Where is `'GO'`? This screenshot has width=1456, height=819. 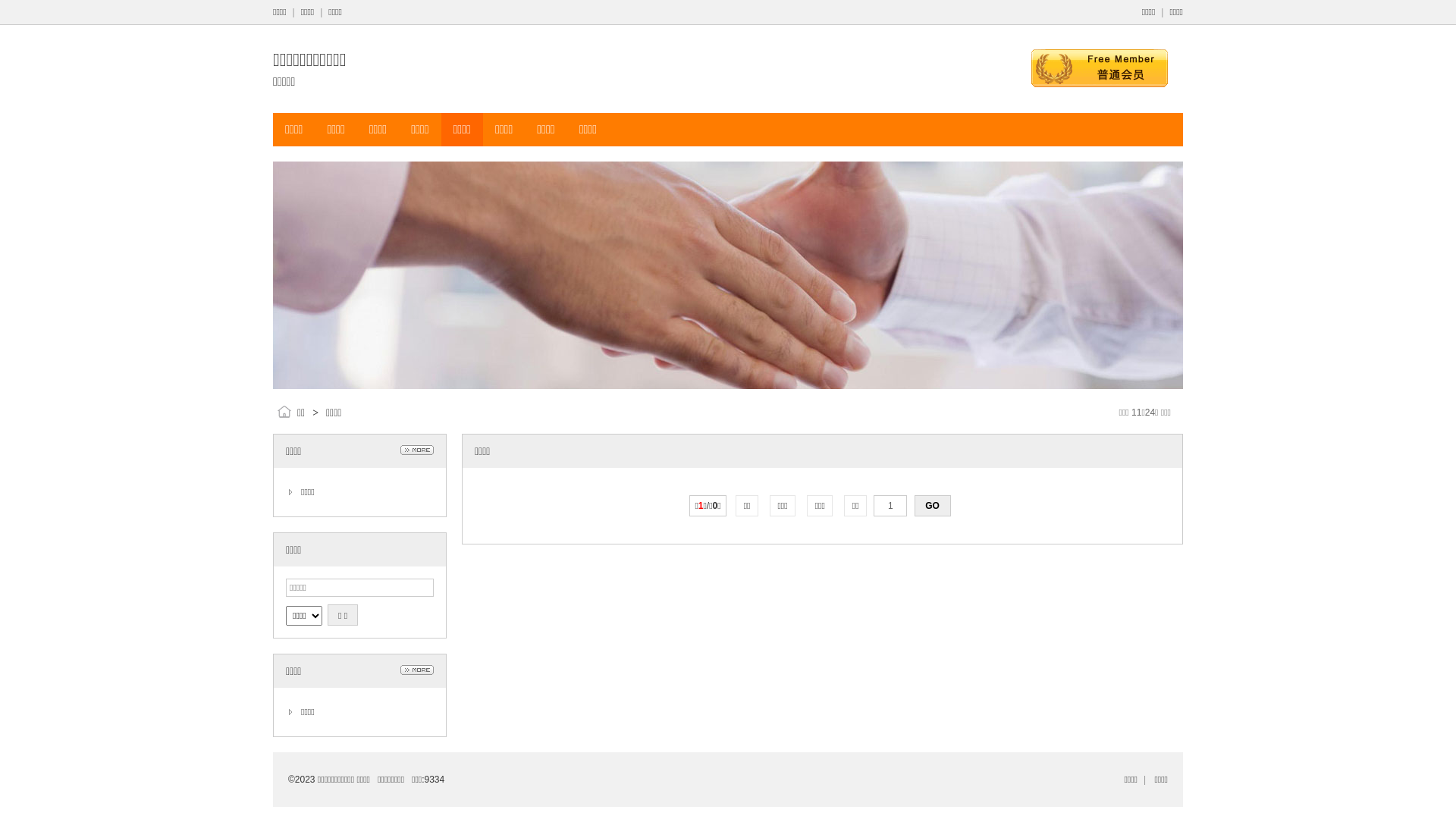 'GO' is located at coordinates (931, 506).